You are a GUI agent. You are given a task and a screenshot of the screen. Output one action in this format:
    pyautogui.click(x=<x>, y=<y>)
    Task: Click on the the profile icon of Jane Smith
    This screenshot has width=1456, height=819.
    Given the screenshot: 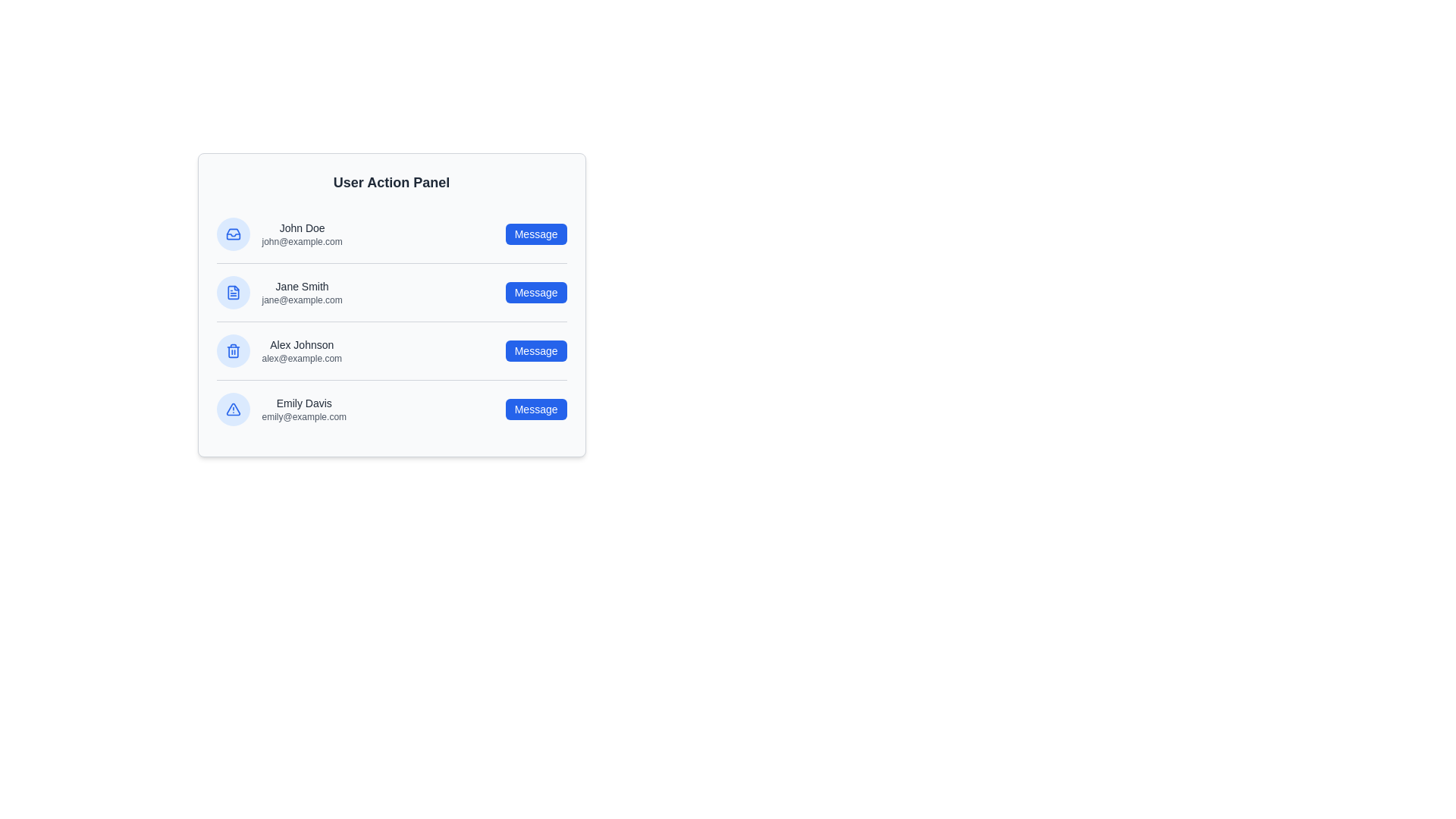 What is the action you would take?
    pyautogui.click(x=232, y=292)
    